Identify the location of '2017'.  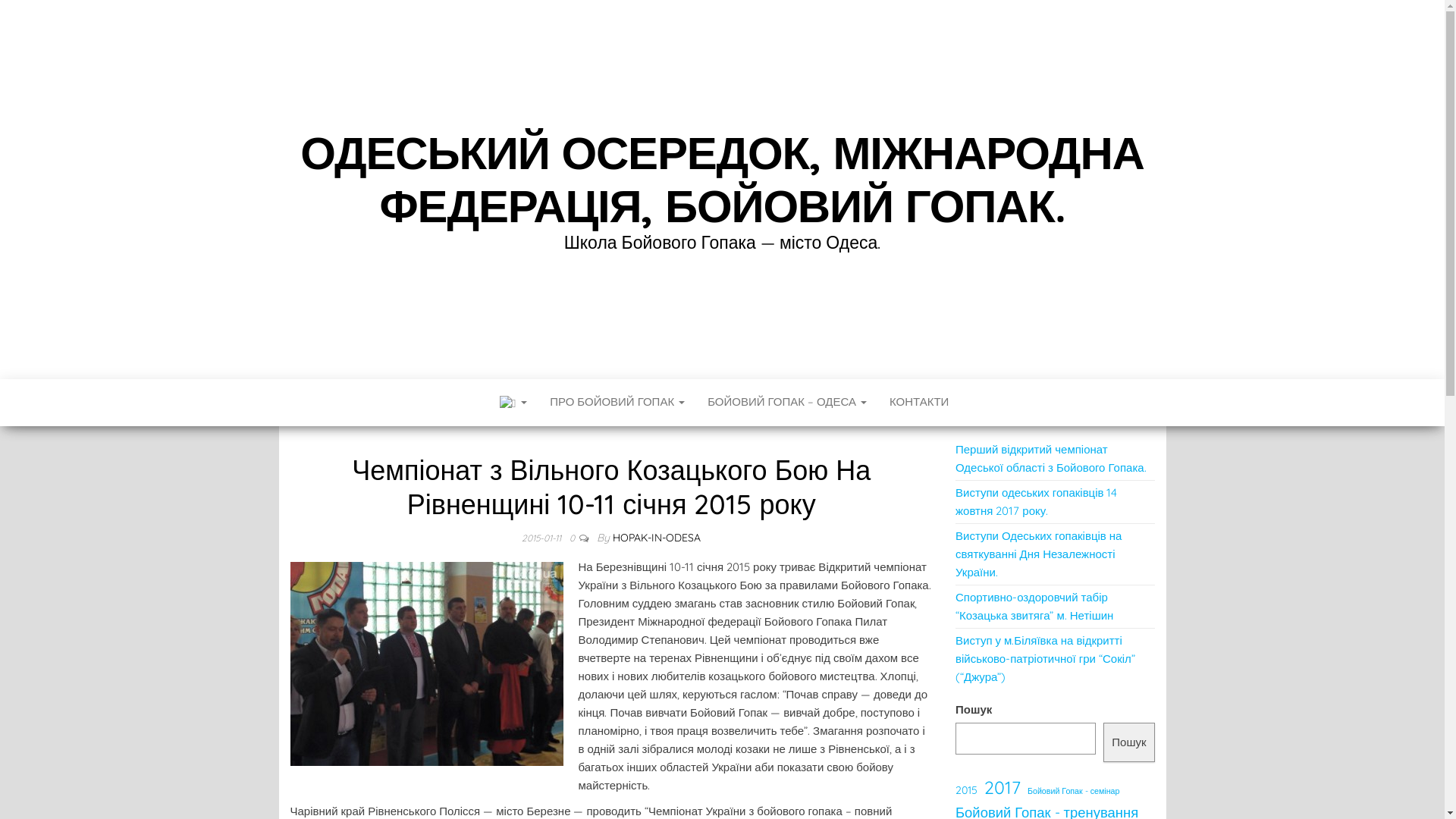
(984, 786).